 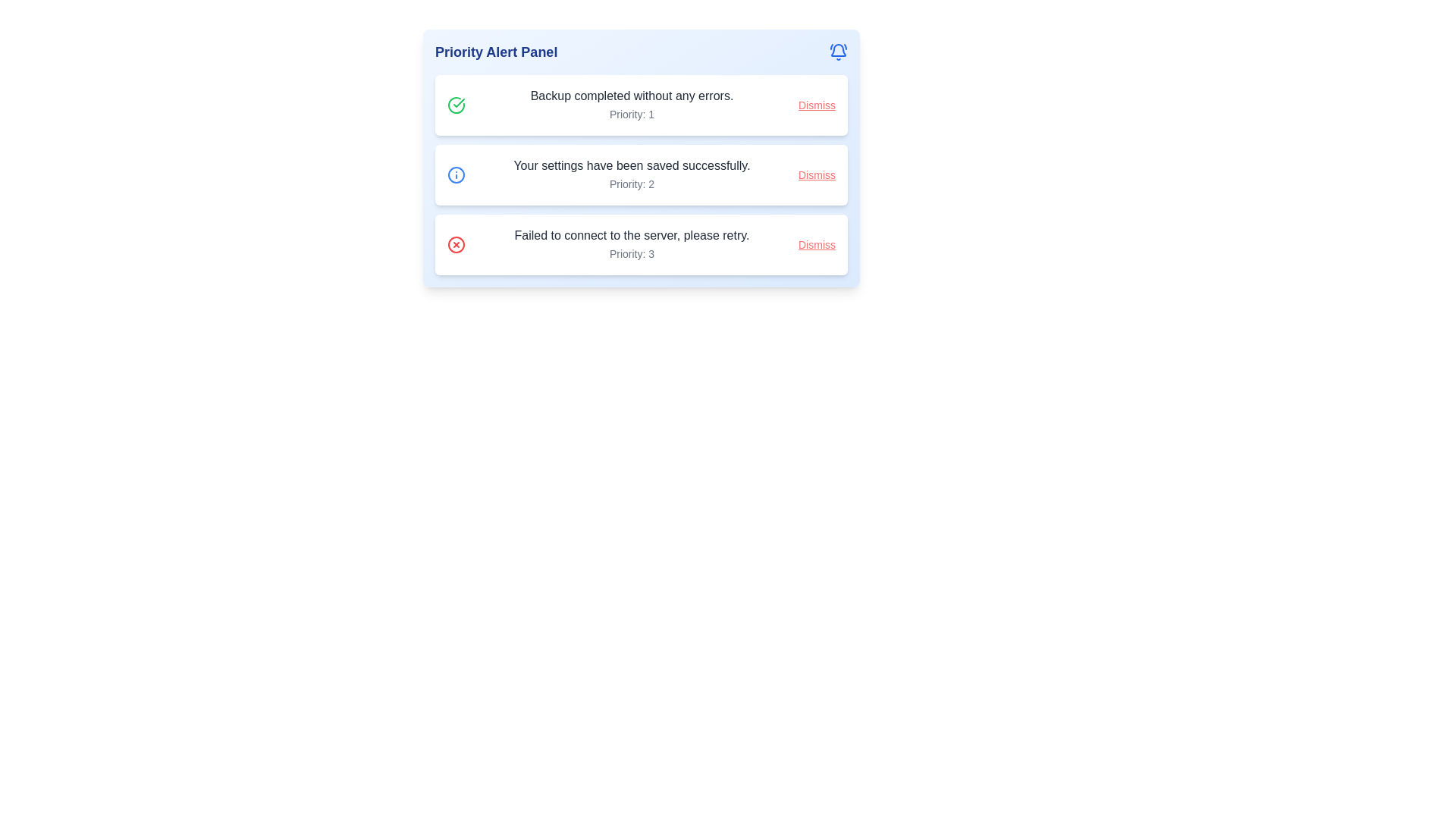 I want to click on the blue circular component of the informational icon within the SVG, which is located to the left of the second alert box in the Priority Alert Panel, so click(x=455, y=174).